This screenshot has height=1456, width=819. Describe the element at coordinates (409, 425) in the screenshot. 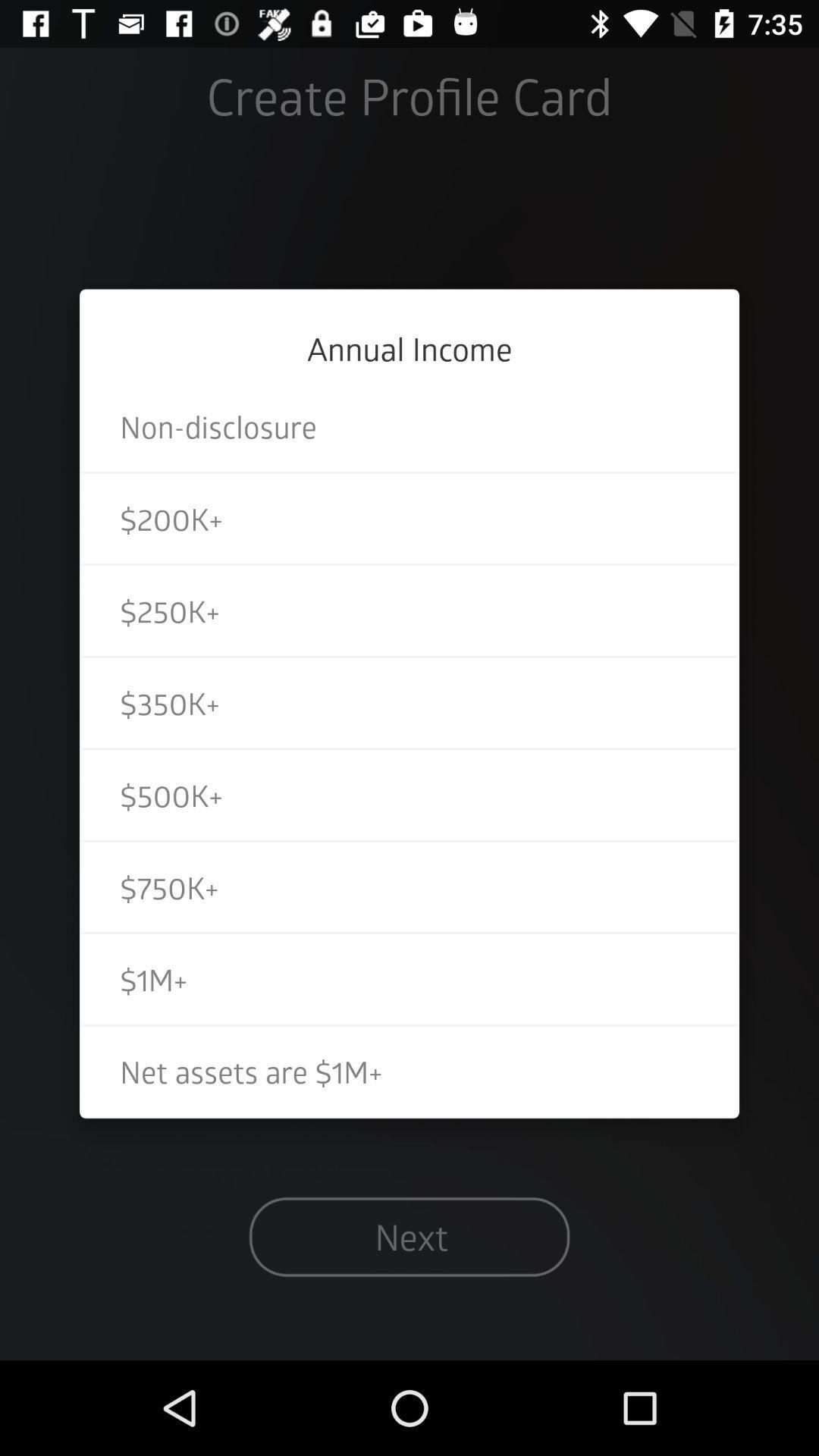

I see `the icon above $200k+ item` at that location.